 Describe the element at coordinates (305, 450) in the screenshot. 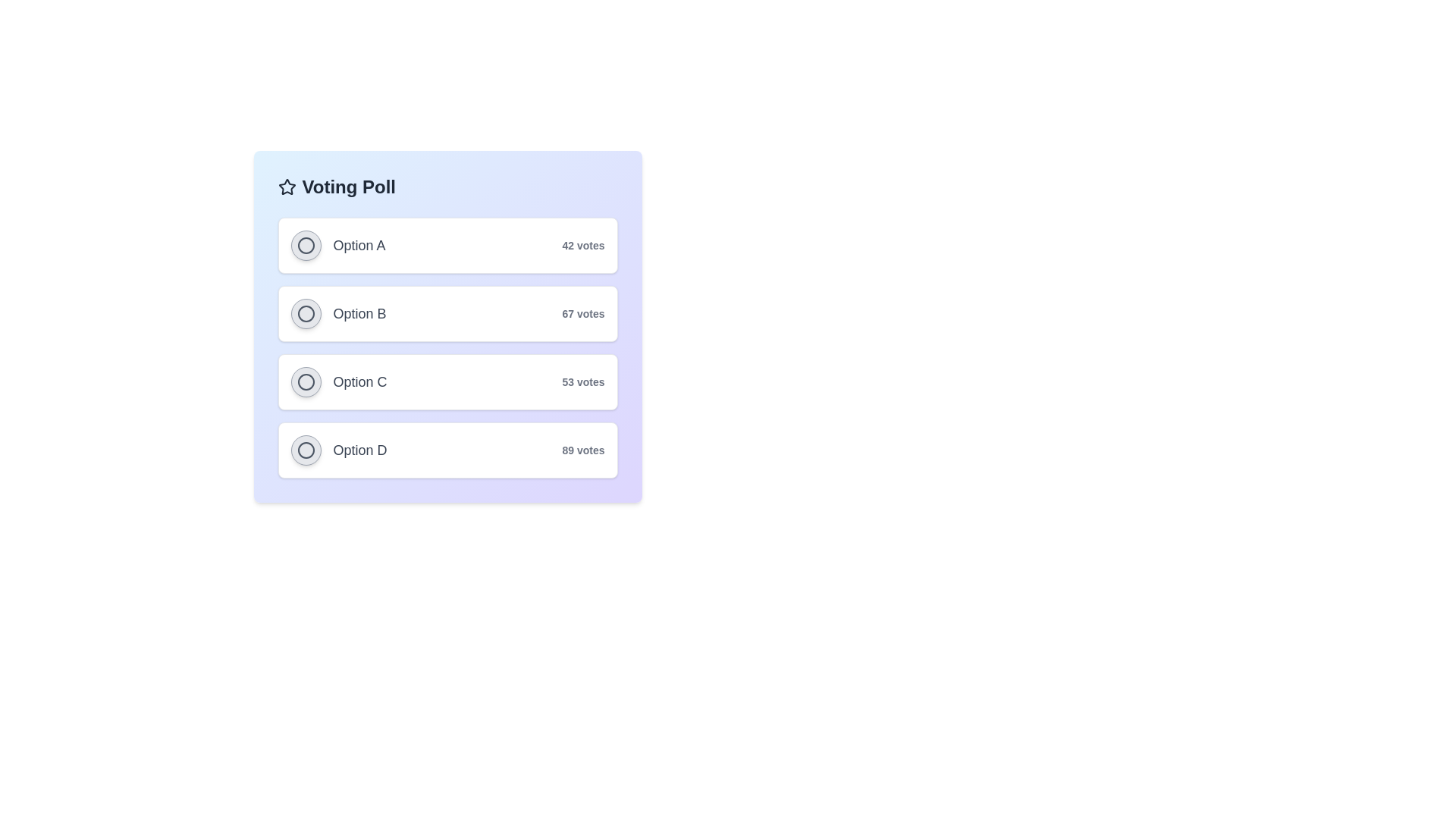

I see `the radio button indicator located to the left of the 'Option D' text in the fourth row of the voting options list for accessibility navigation` at that location.